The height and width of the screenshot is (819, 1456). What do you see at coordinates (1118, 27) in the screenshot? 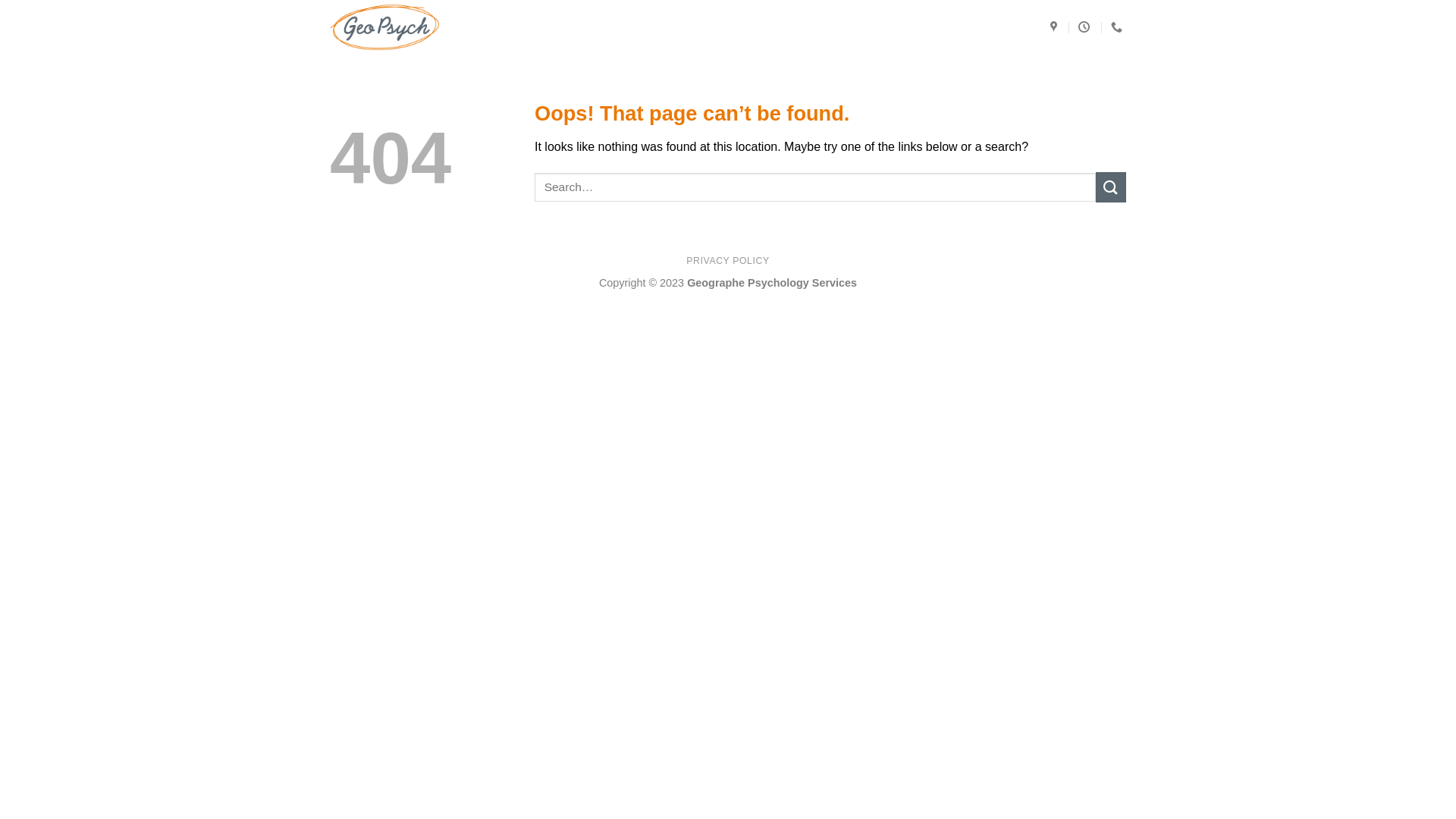
I see `'(08) 9751 5899'` at bounding box center [1118, 27].